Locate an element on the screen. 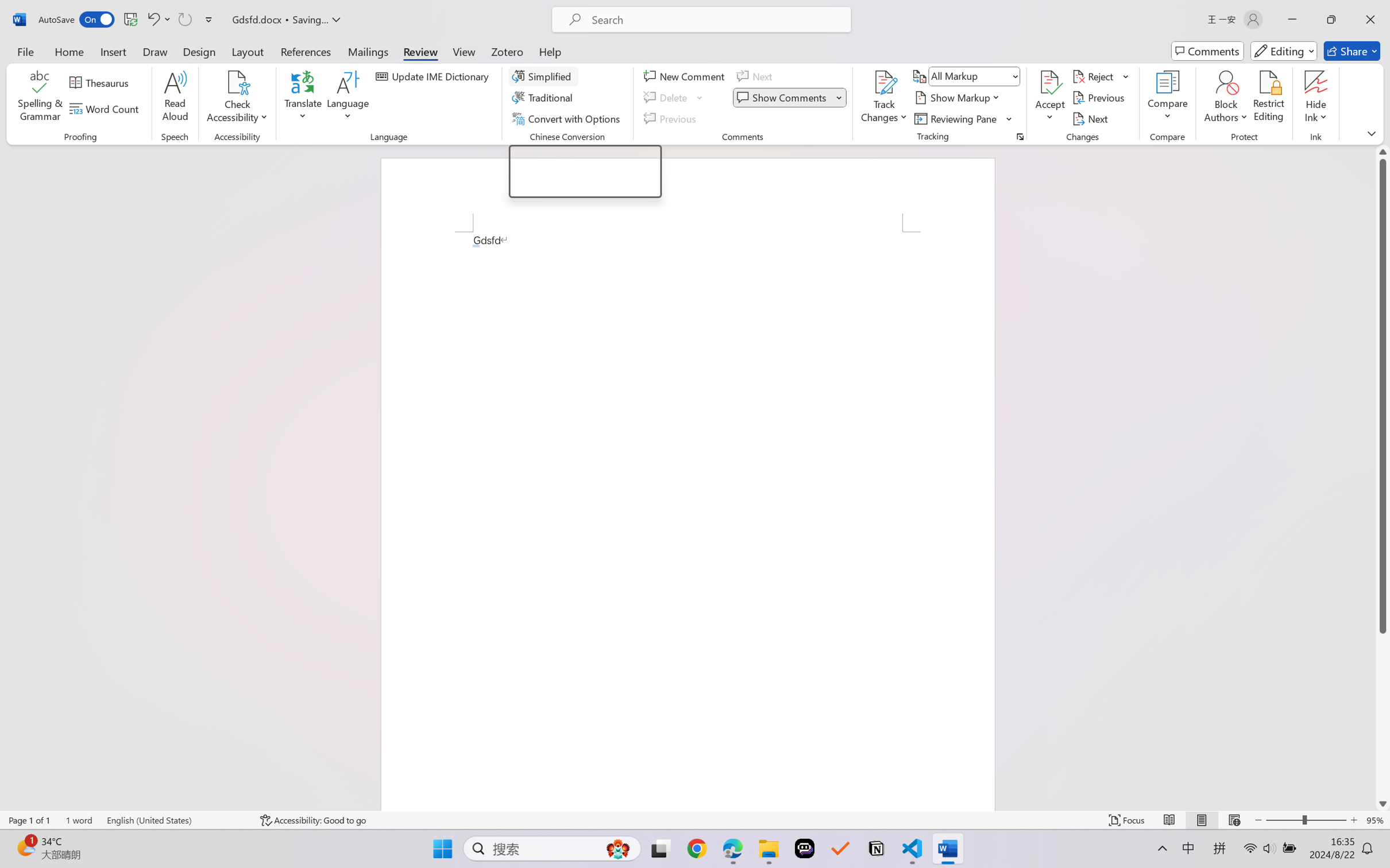 This screenshot has width=1390, height=868. 'Show Markup' is located at coordinates (958, 98).